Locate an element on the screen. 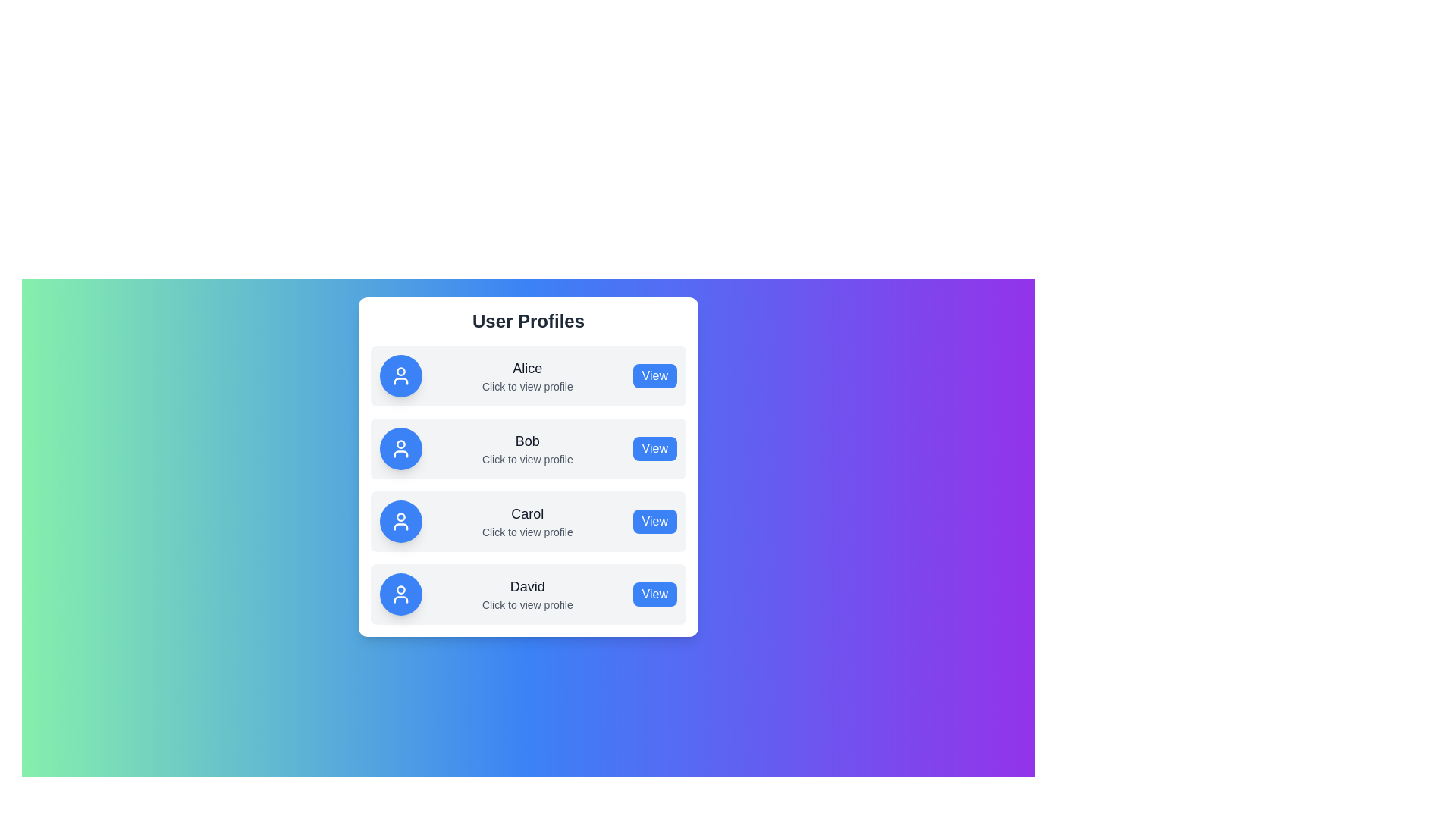 The image size is (1456, 819). the text block that contains the name and description of Carol's profile, located below Bob's profile entry and above David's profile entry, next to a blue profile icon and a blue 'View' button is located at coordinates (527, 520).